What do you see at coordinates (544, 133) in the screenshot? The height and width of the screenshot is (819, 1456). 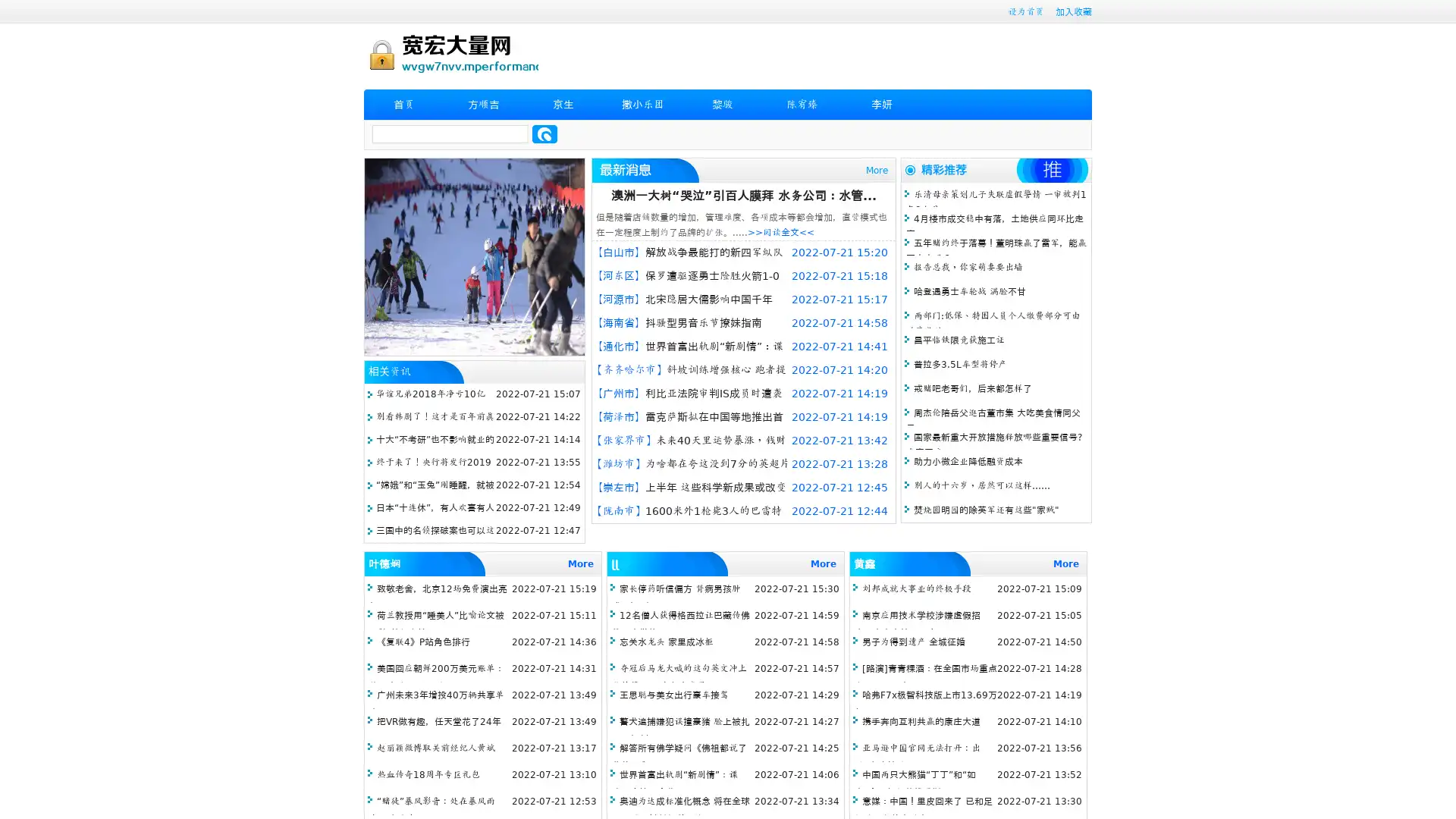 I see `Search` at bounding box center [544, 133].